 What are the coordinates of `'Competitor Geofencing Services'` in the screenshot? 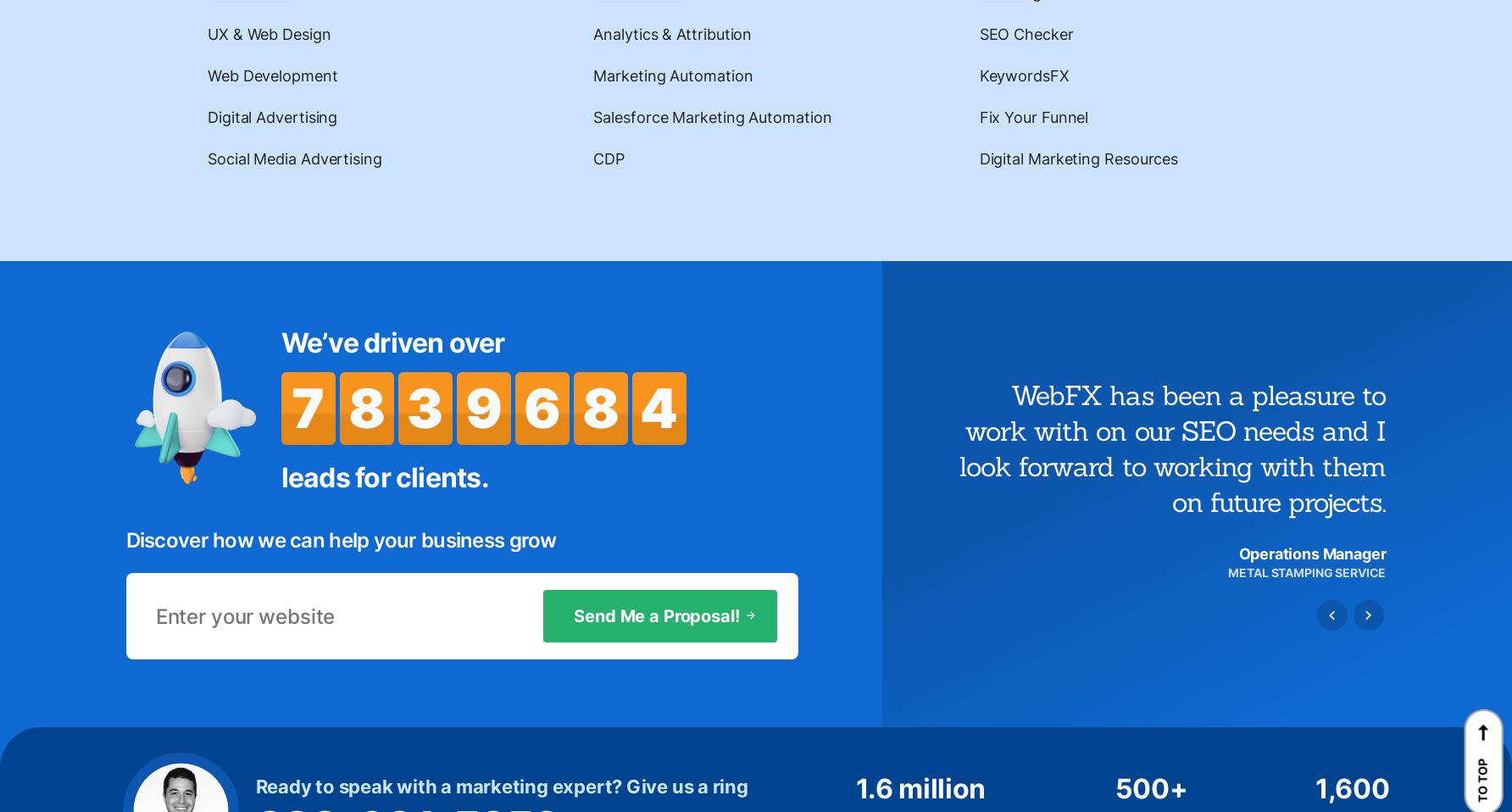 It's located at (233, 390).